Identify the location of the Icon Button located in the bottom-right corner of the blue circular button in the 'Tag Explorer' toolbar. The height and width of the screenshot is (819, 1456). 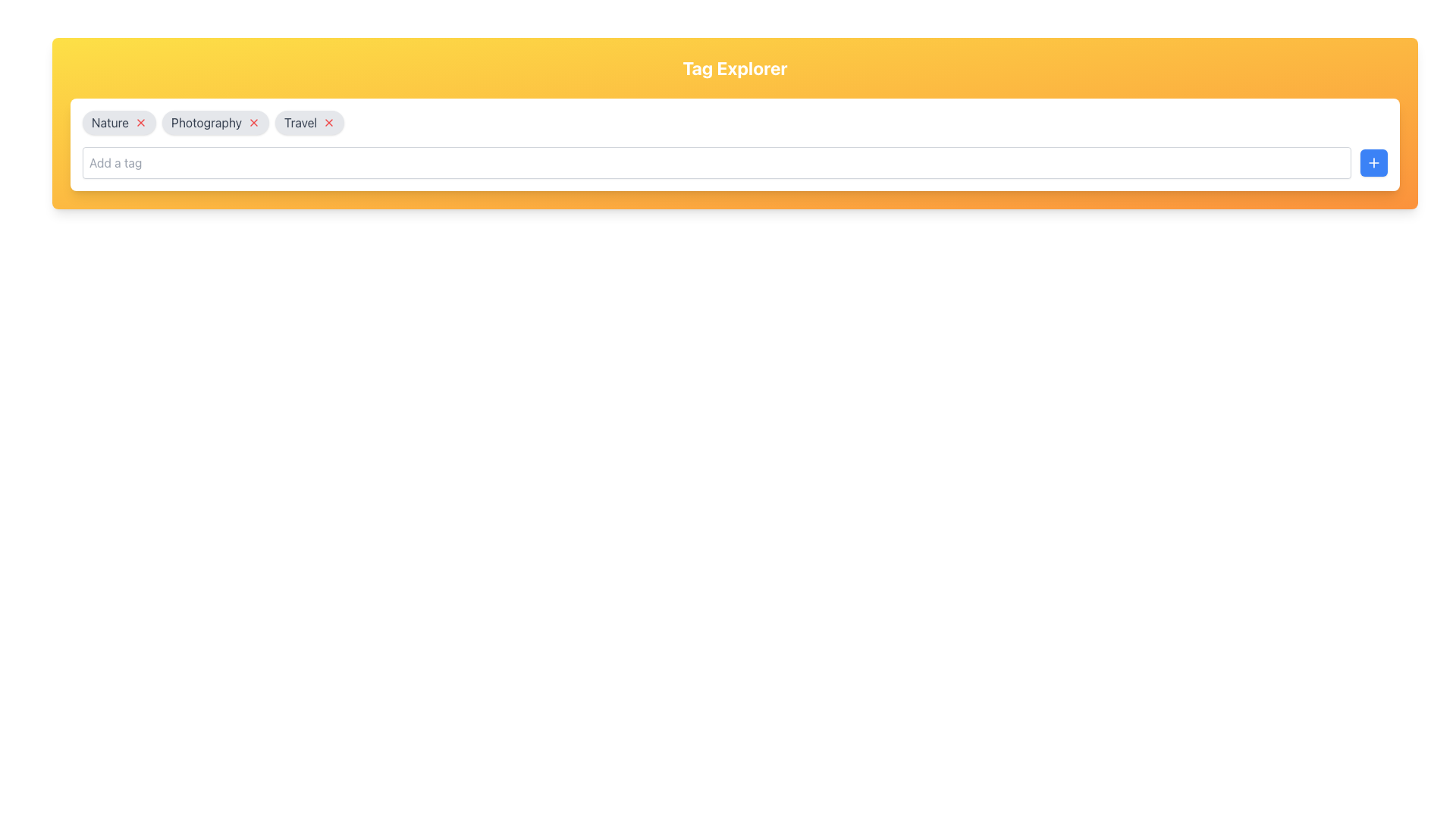
(1373, 163).